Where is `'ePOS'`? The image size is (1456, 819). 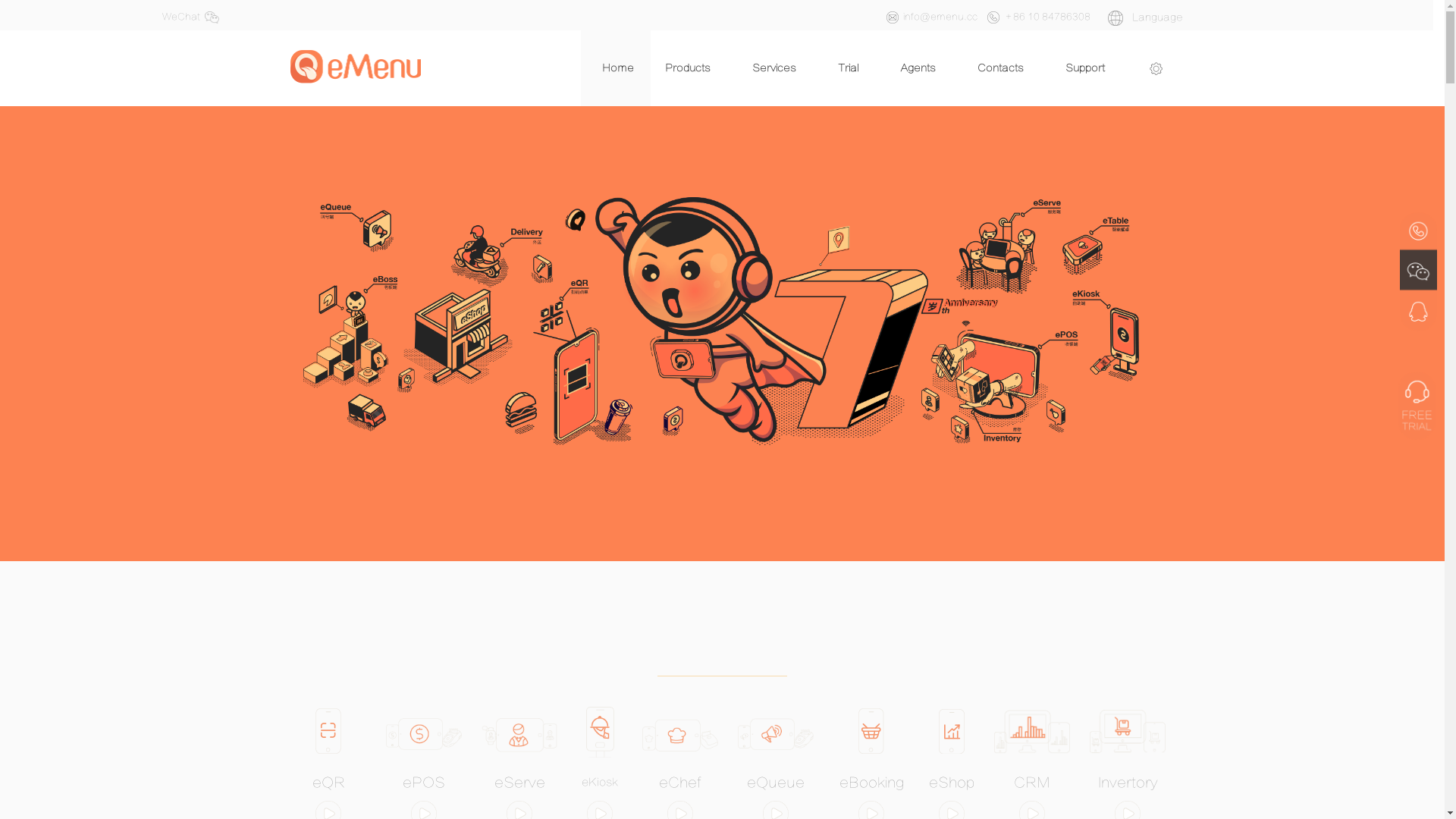
'ePOS' is located at coordinates (423, 780).